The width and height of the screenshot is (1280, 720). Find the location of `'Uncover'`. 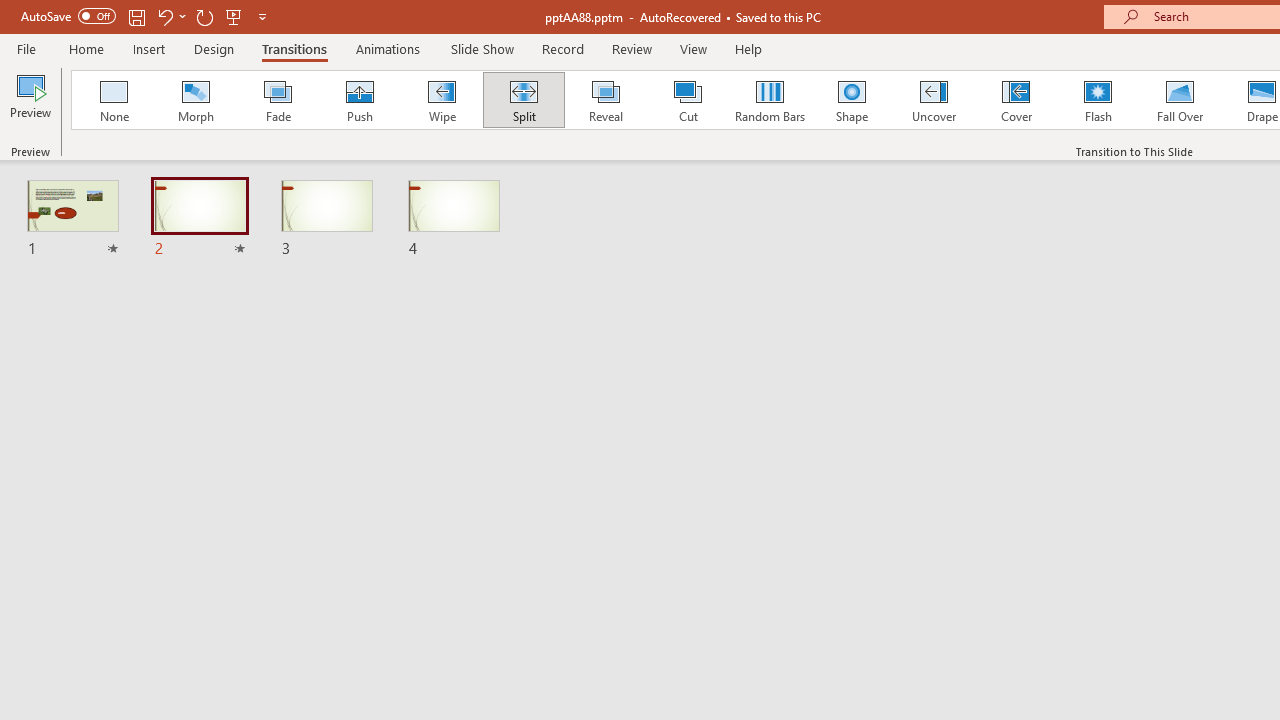

'Uncover' is located at coordinates (933, 100).